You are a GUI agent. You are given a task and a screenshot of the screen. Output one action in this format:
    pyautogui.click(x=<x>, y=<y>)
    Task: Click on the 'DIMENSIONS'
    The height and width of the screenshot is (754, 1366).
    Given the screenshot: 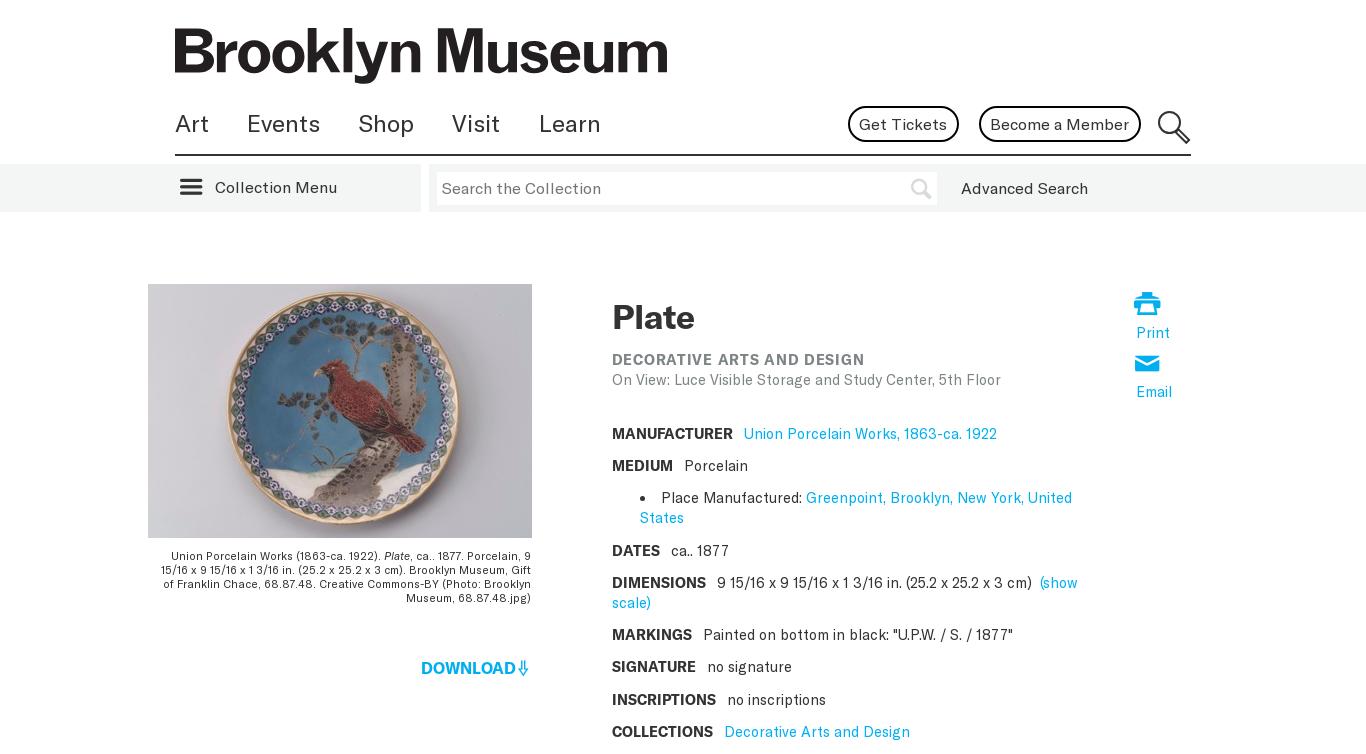 What is the action you would take?
    pyautogui.click(x=657, y=581)
    